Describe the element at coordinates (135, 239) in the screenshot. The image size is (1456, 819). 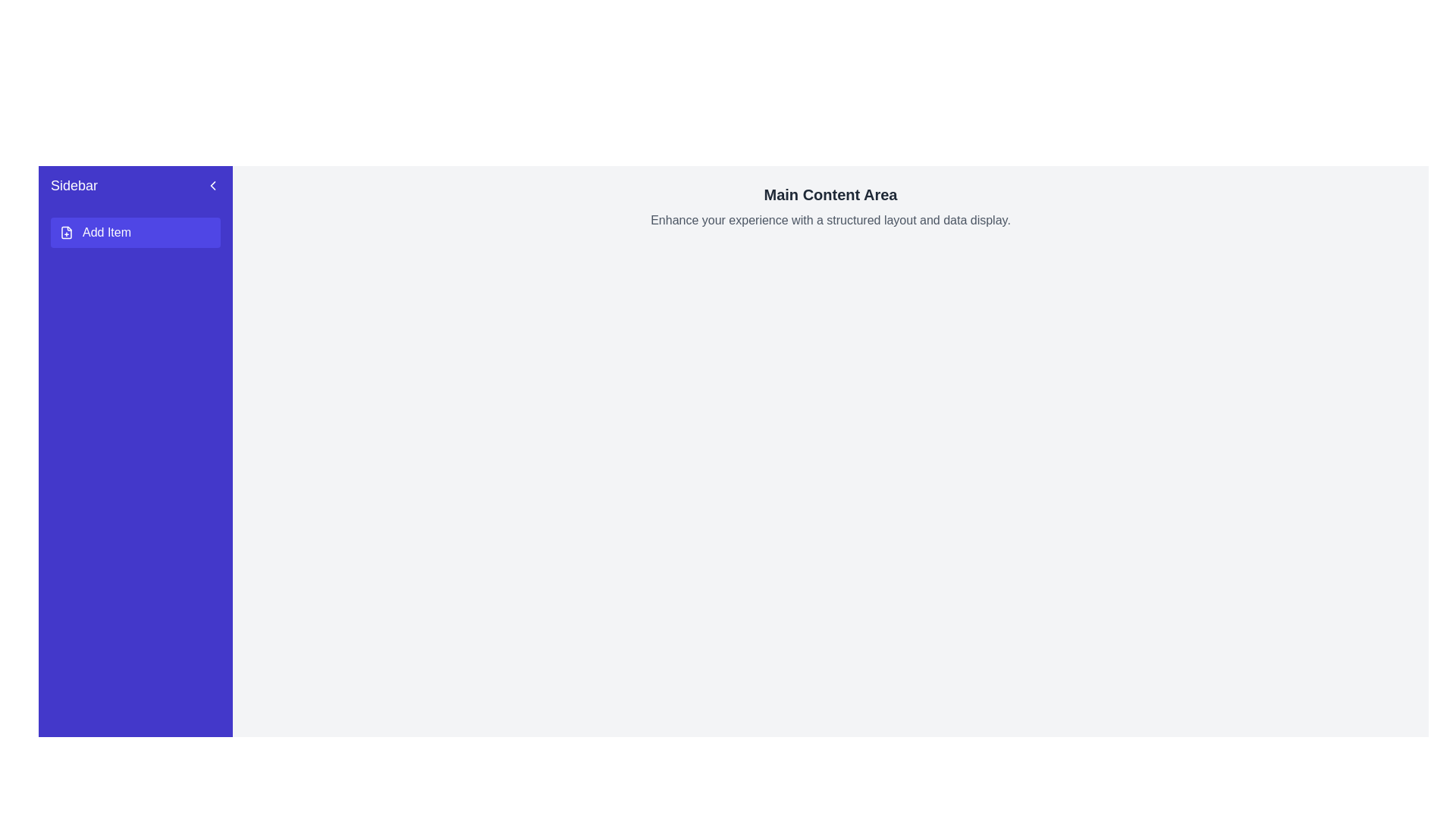
I see `the 'Add New Item' button located in the sidebar, positioned below the 'Sidebar' title` at that location.